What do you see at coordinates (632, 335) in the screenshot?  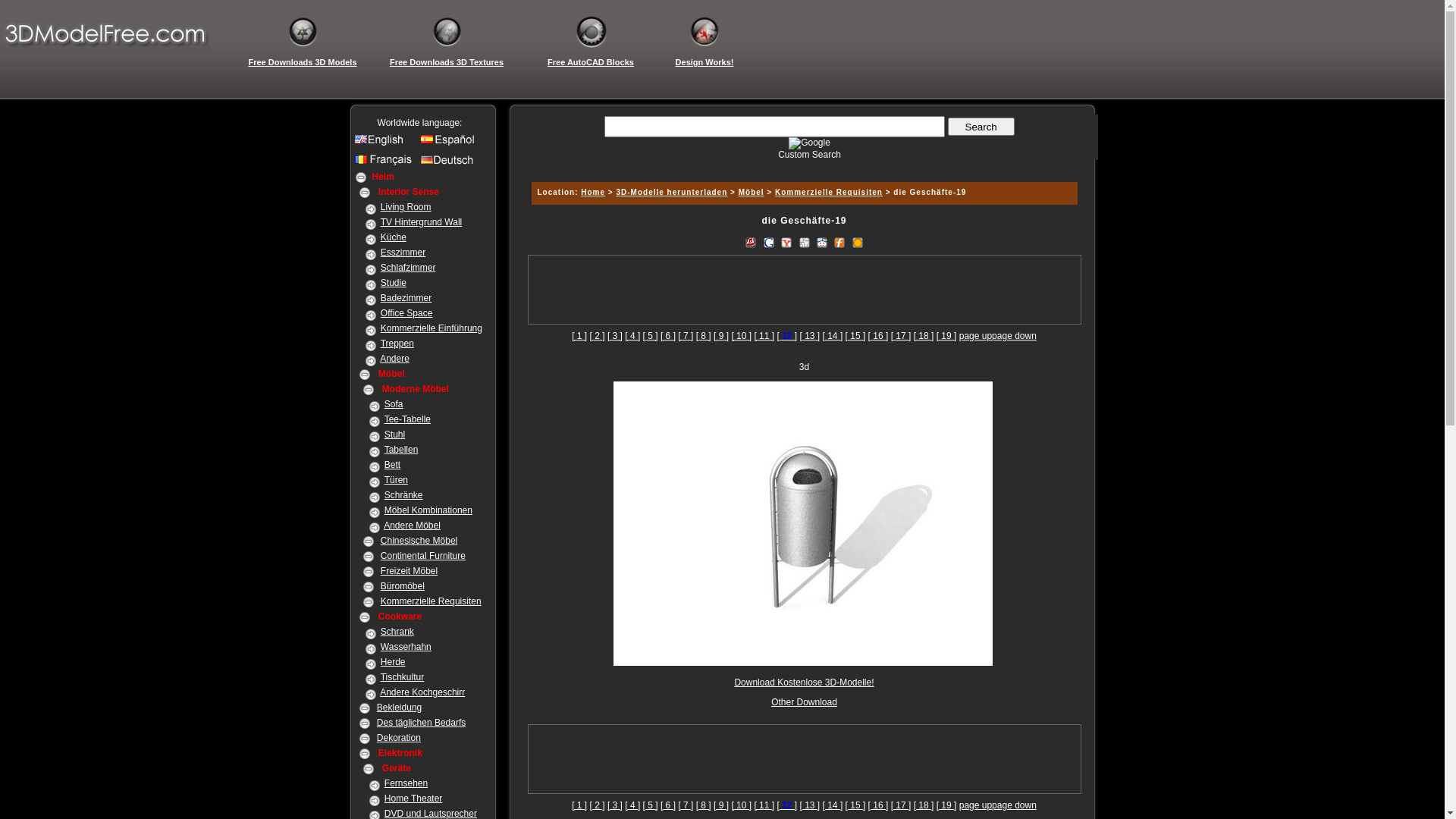 I see `'[ 4 ]'` at bounding box center [632, 335].